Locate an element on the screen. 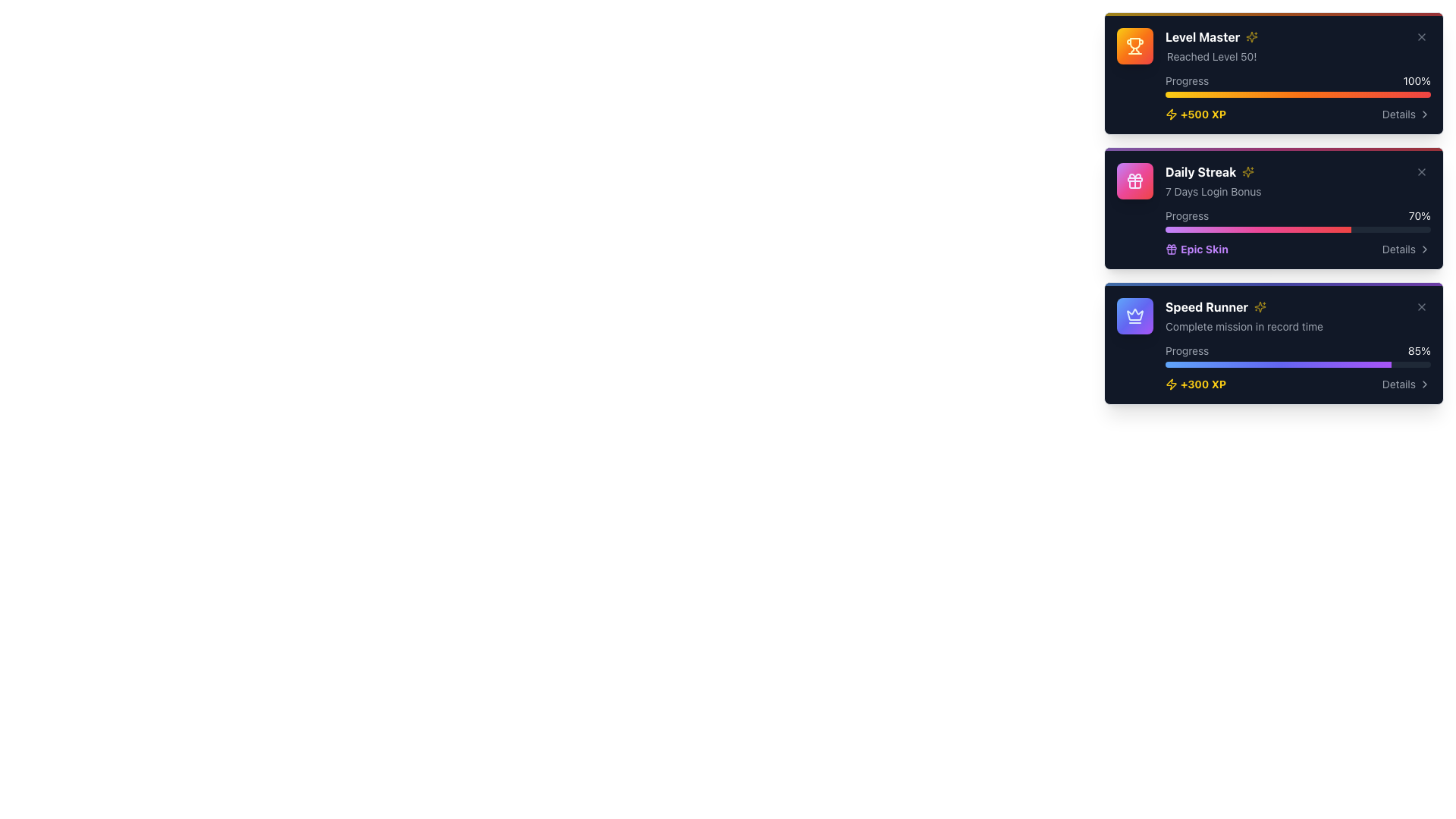 The width and height of the screenshot is (1456, 819). the label at the top of the first card in the stacked list, which summarizes the achievement of reaching Level 50 is located at coordinates (1211, 36).